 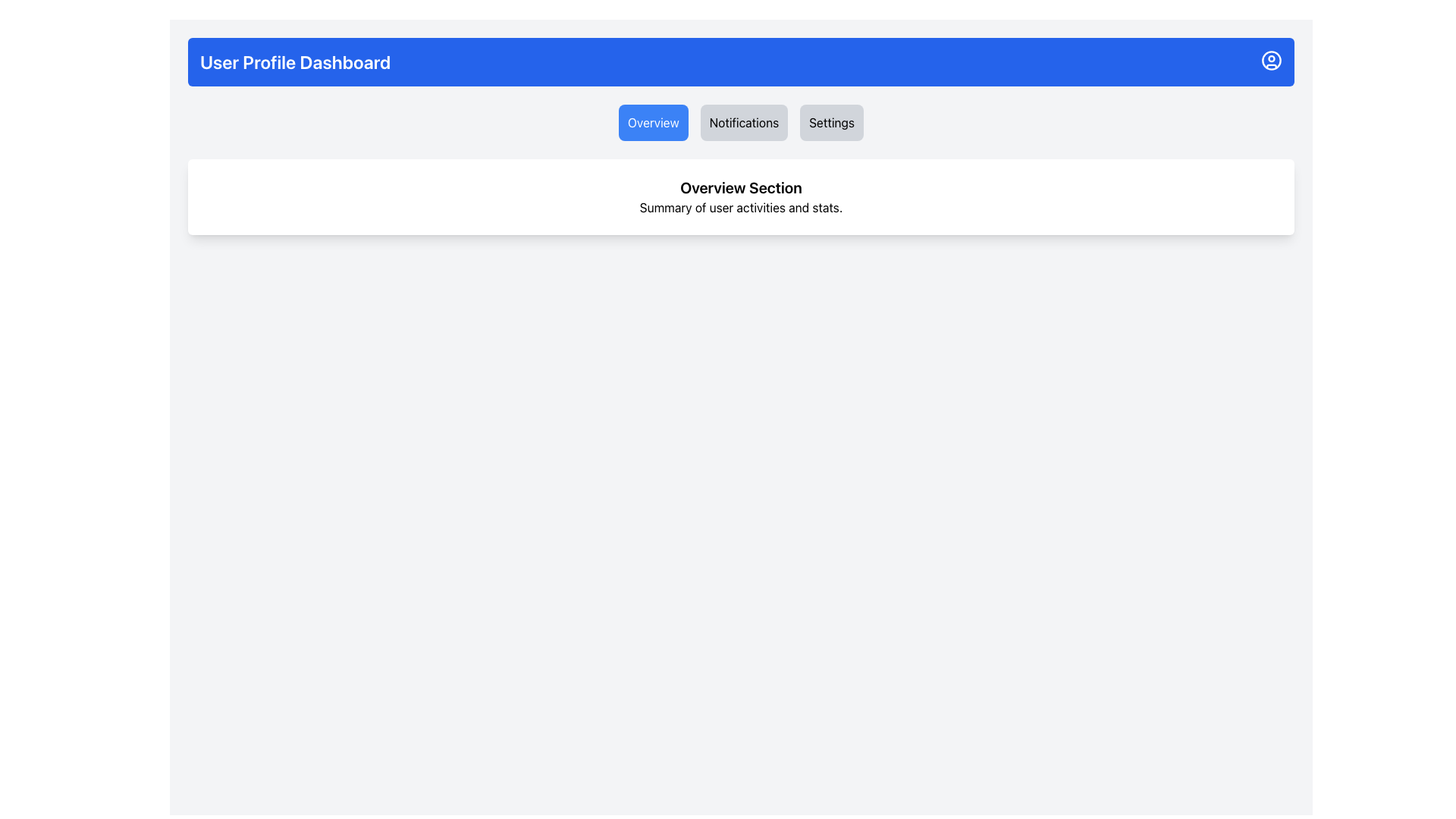 I want to click on 'User Profile Dashboard' text label that is prominently displayed in white on a blue background, located at the top-left section of the interface, so click(x=295, y=61).